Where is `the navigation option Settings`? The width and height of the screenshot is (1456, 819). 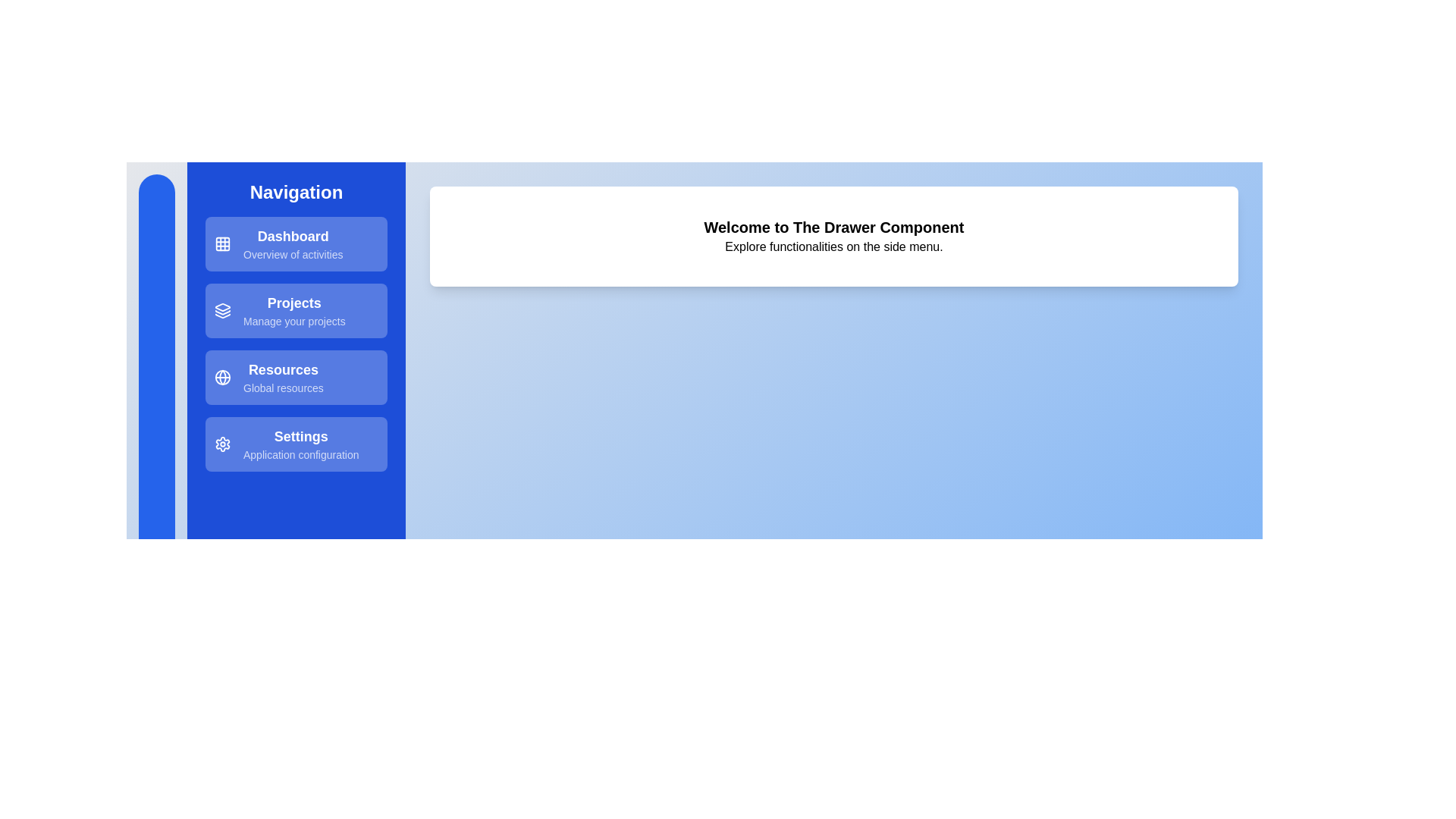 the navigation option Settings is located at coordinates (296, 444).